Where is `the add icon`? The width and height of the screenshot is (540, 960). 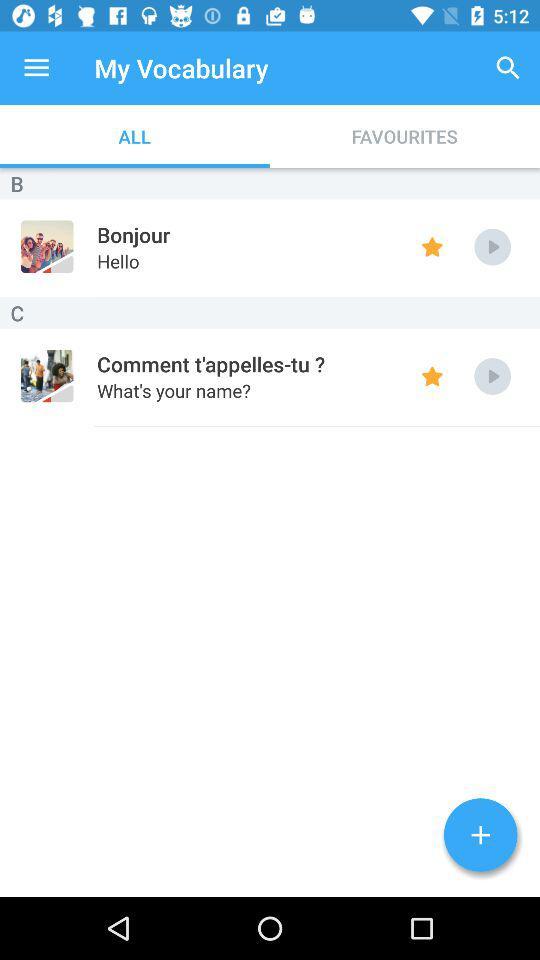 the add icon is located at coordinates (479, 835).